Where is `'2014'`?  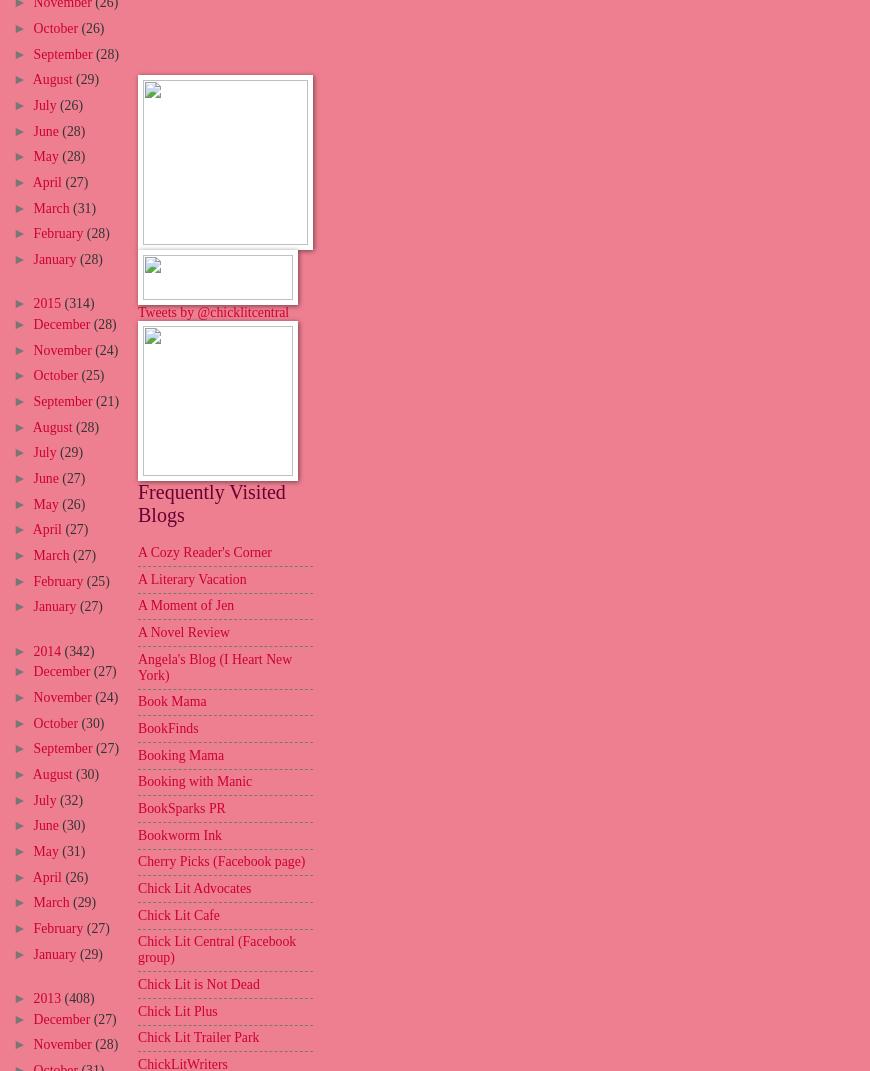
'2014' is located at coordinates (47, 649).